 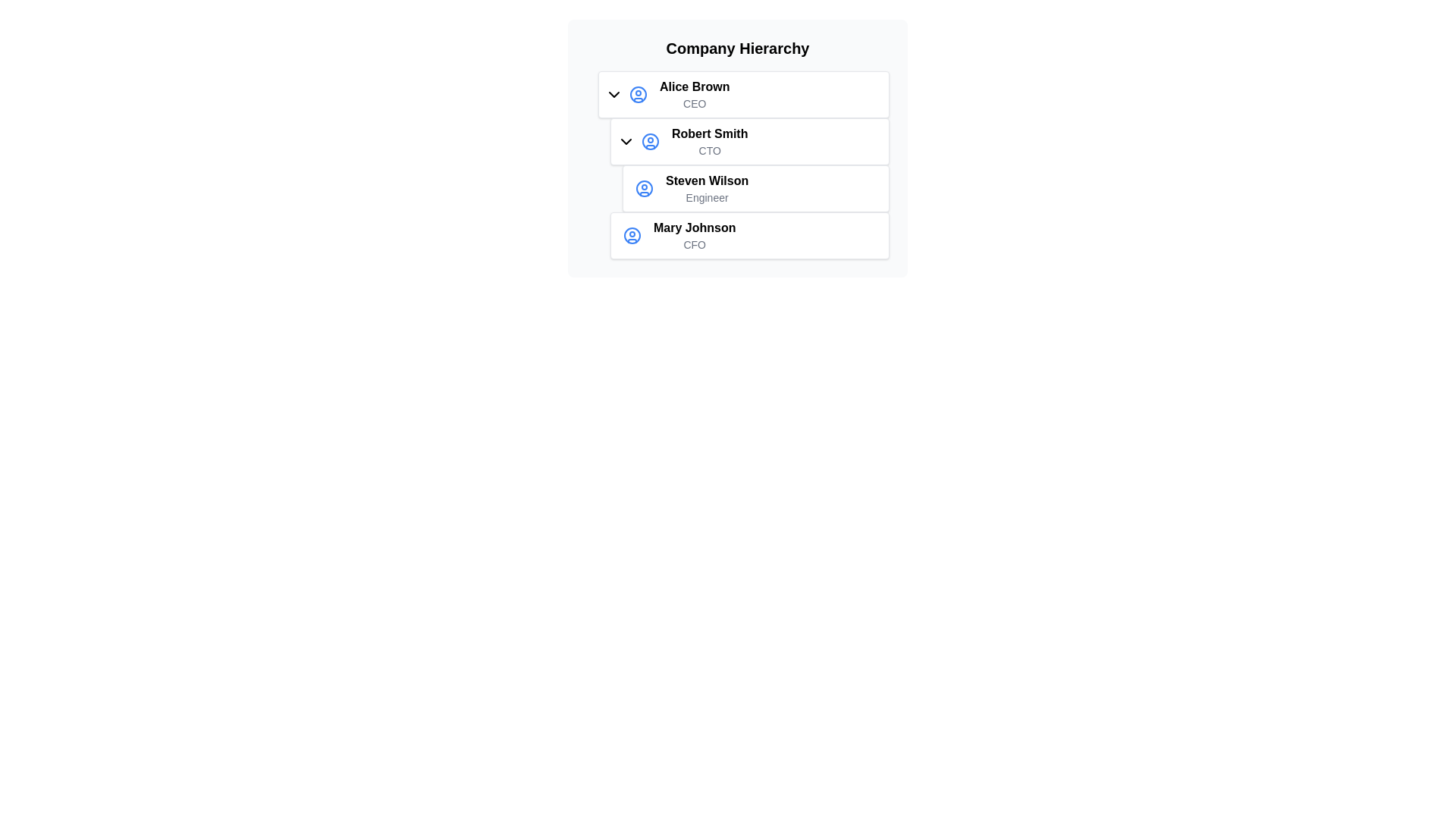 I want to click on the fourth list item labeled 'Mary Johnson - CFO', so click(x=749, y=236).